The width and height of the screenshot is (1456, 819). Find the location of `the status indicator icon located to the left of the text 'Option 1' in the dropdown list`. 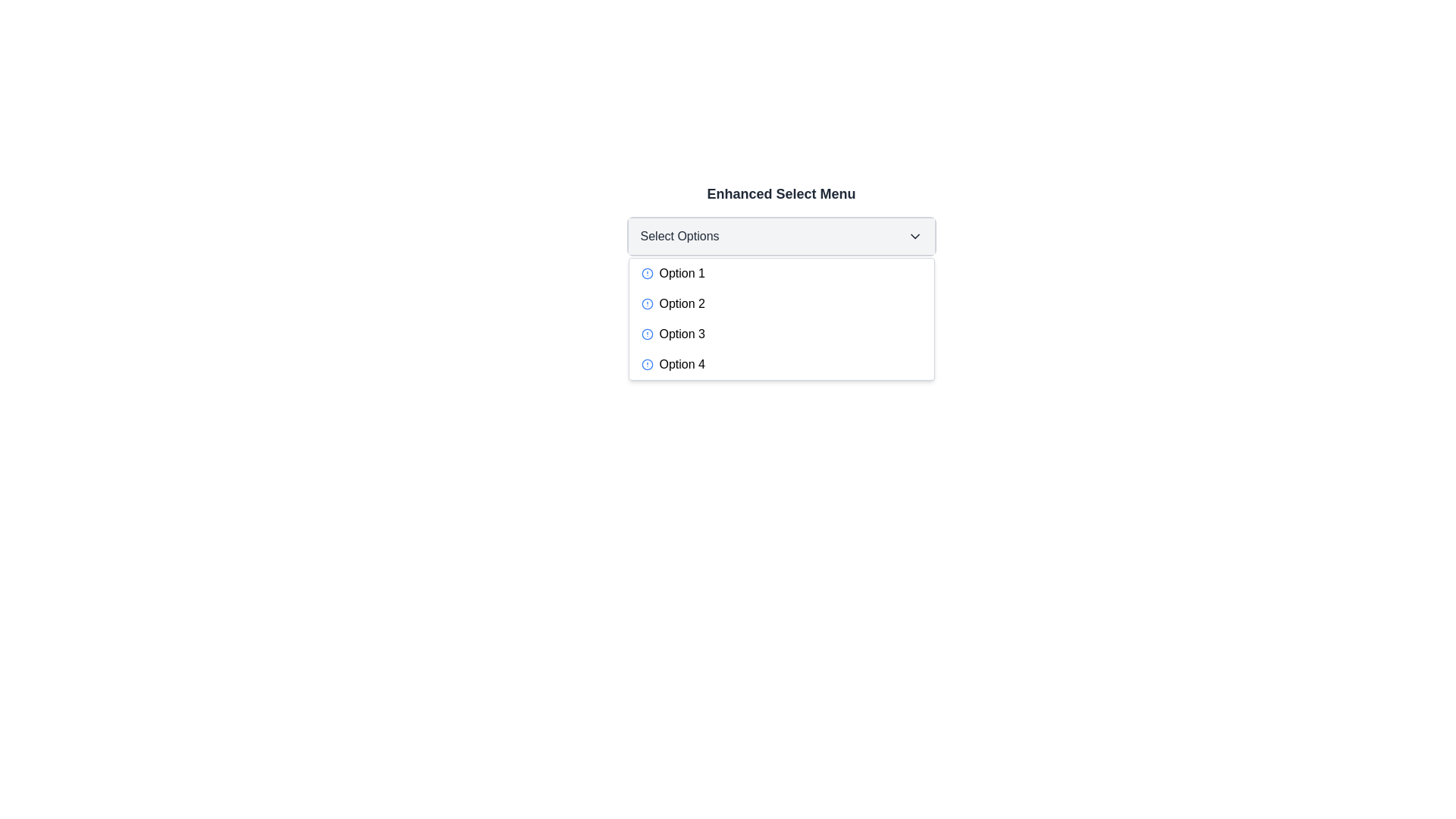

the status indicator icon located to the left of the text 'Option 1' in the dropdown list is located at coordinates (647, 274).